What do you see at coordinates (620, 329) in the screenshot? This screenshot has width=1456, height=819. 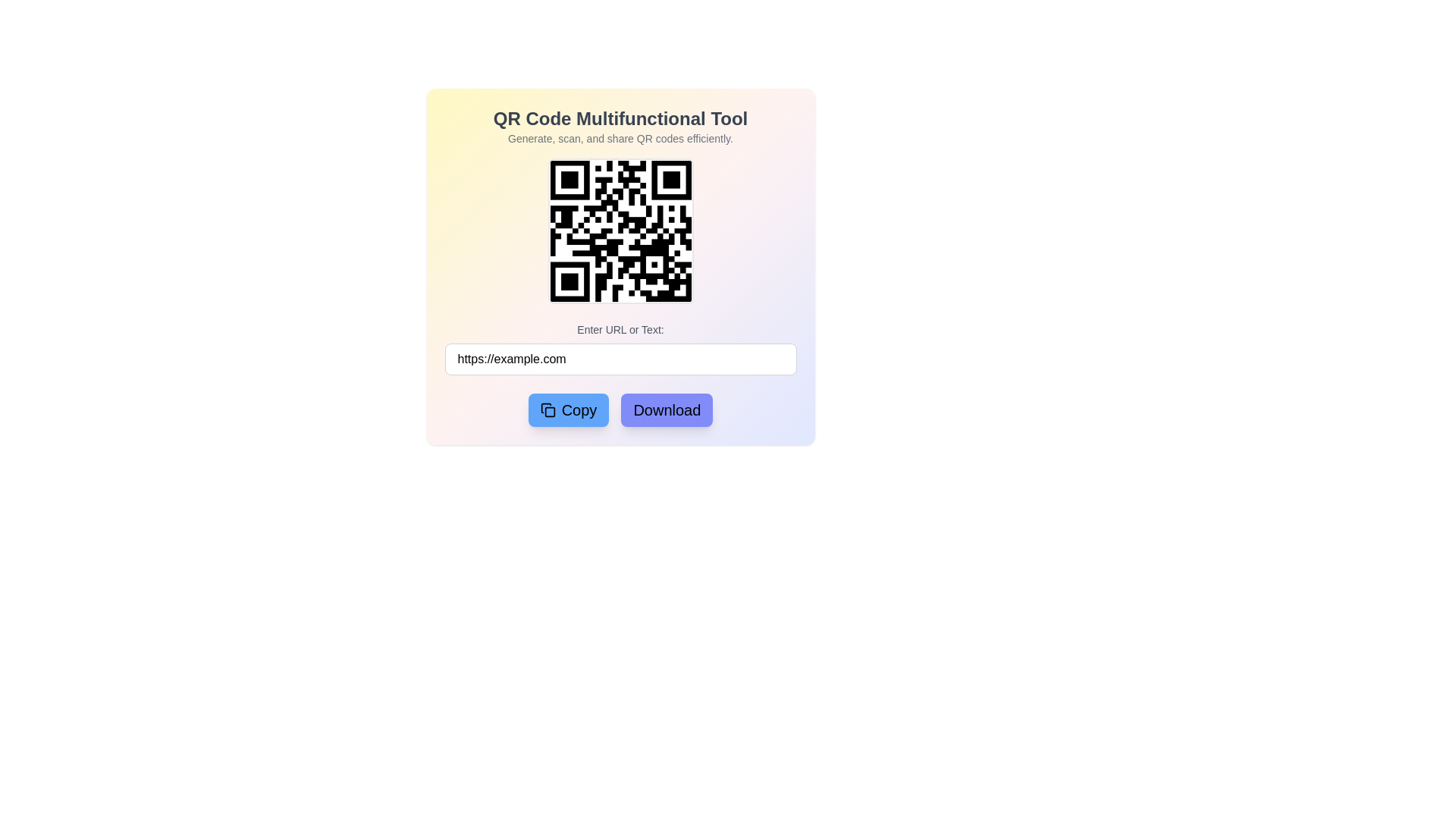 I see `the text label displaying 'Enter URL or Text:' which is styled in gray and positioned above the input field` at bounding box center [620, 329].